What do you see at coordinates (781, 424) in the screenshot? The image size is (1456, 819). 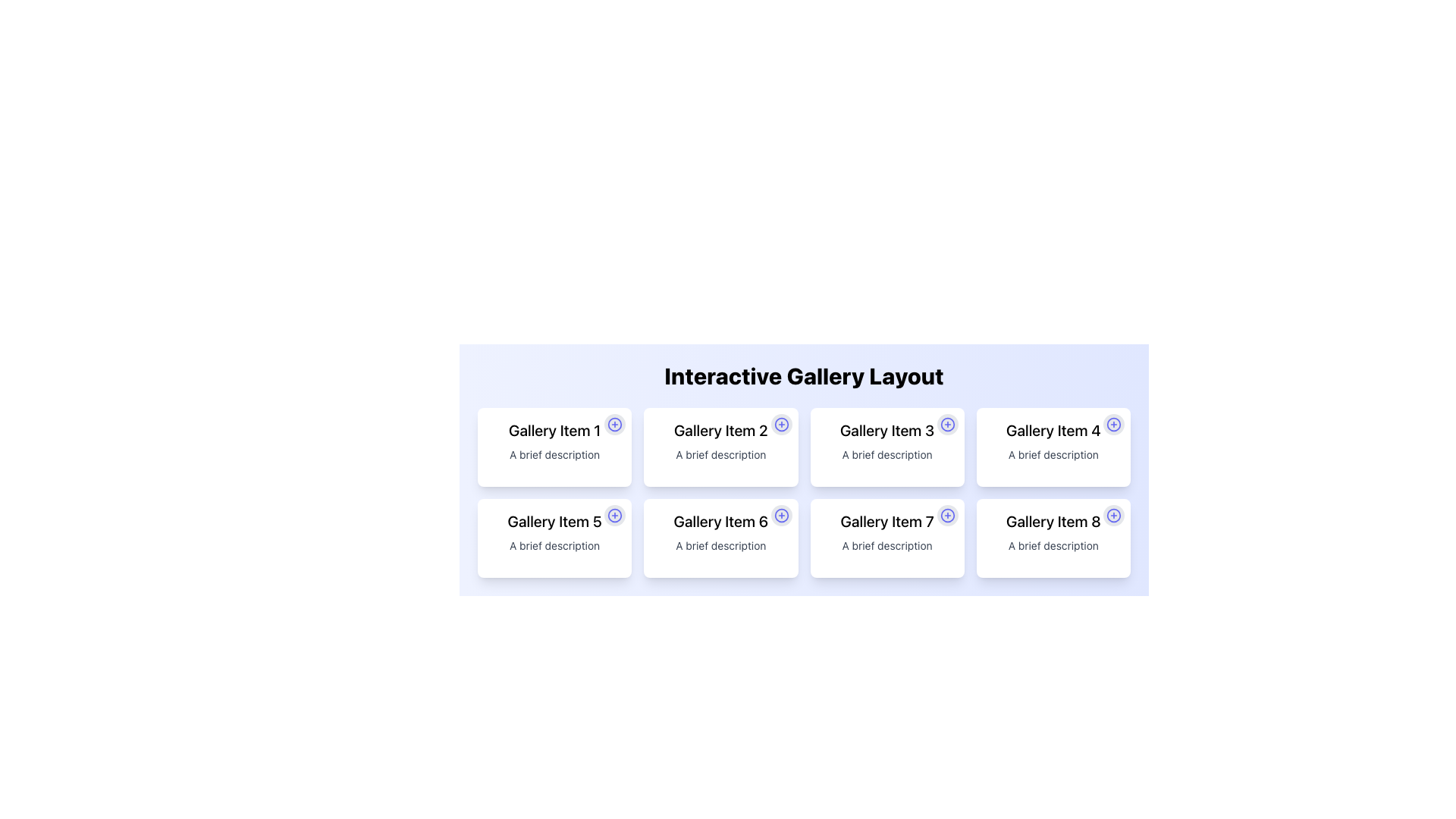 I see `the circular component that represents a plus symbol in the header of the second gallery item, positioned to the right of the text labeled 'Gallery Item 2'` at bounding box center [781, 424].